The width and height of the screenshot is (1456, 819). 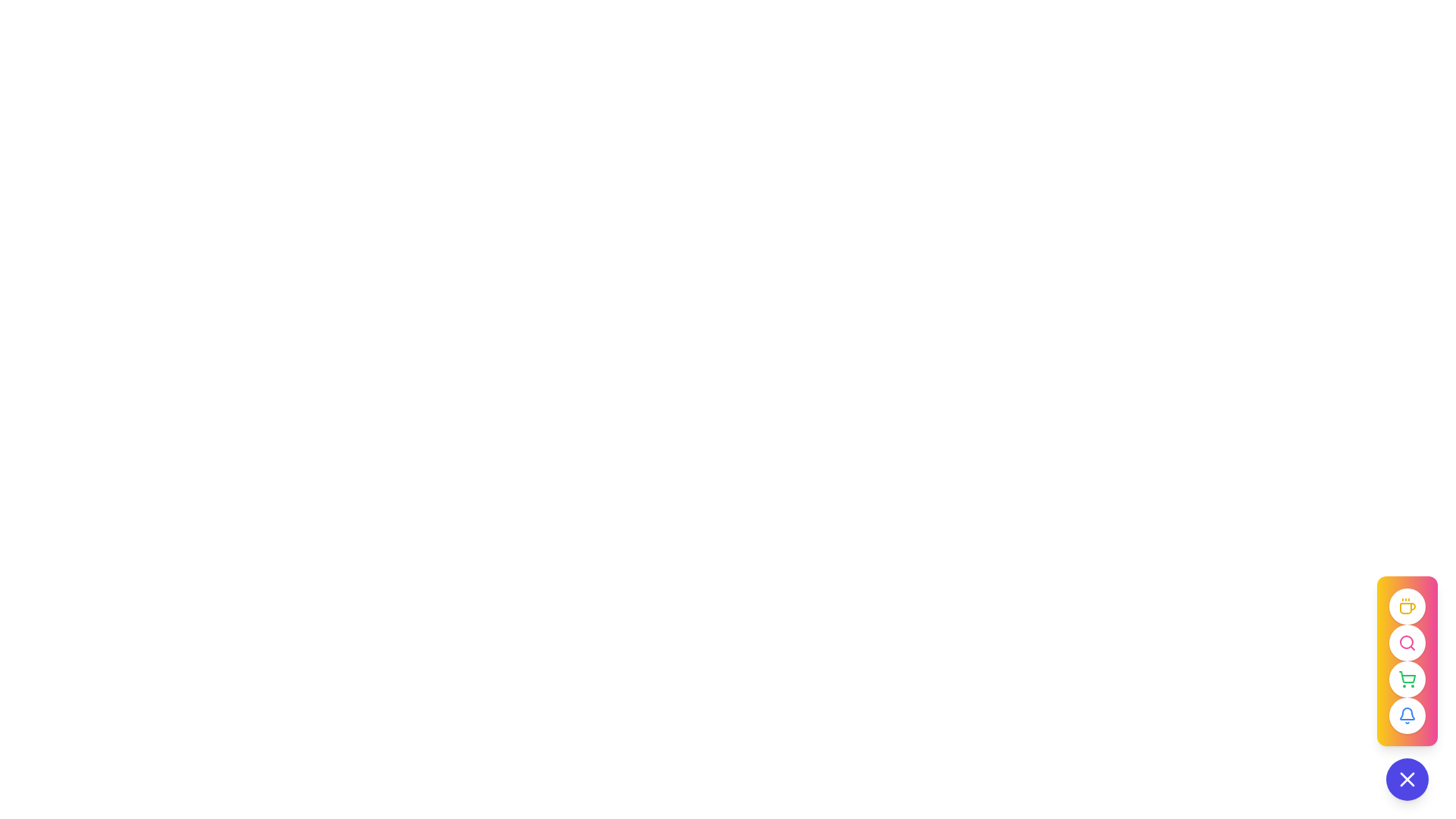 What do you see at coordinates (1407, 660) in the screenshot?
I see `the shopping cart icon button, which is the third circular button in a vertically stacked set` at bounding box center [1407, 660].